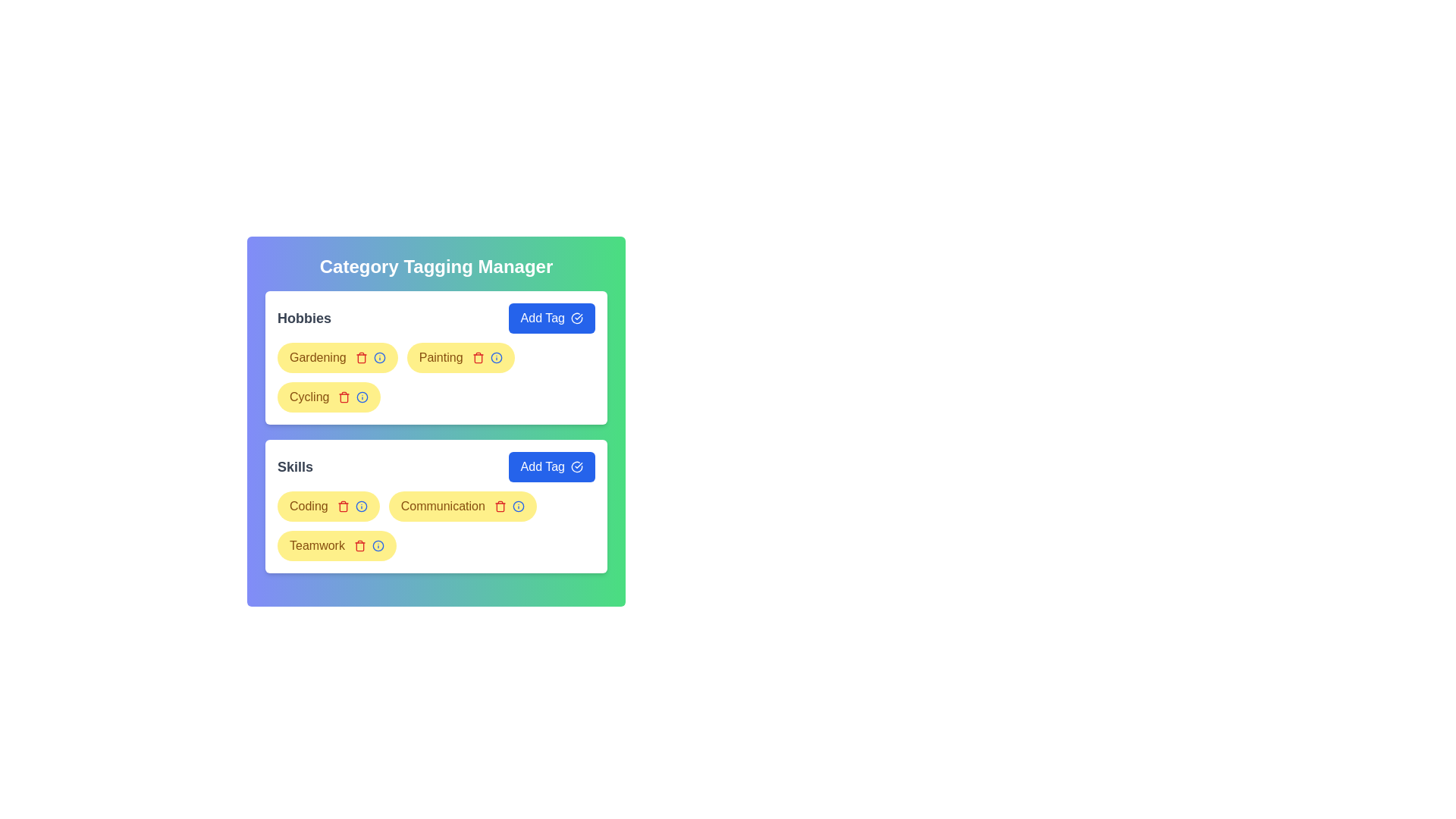  What do you see at coordinates (379, 357) in the screenshot?
I see `the small blue circular icon adjacent to the 'Gardening' label within the yellow rounded badge` at bounding box center [379, 357].